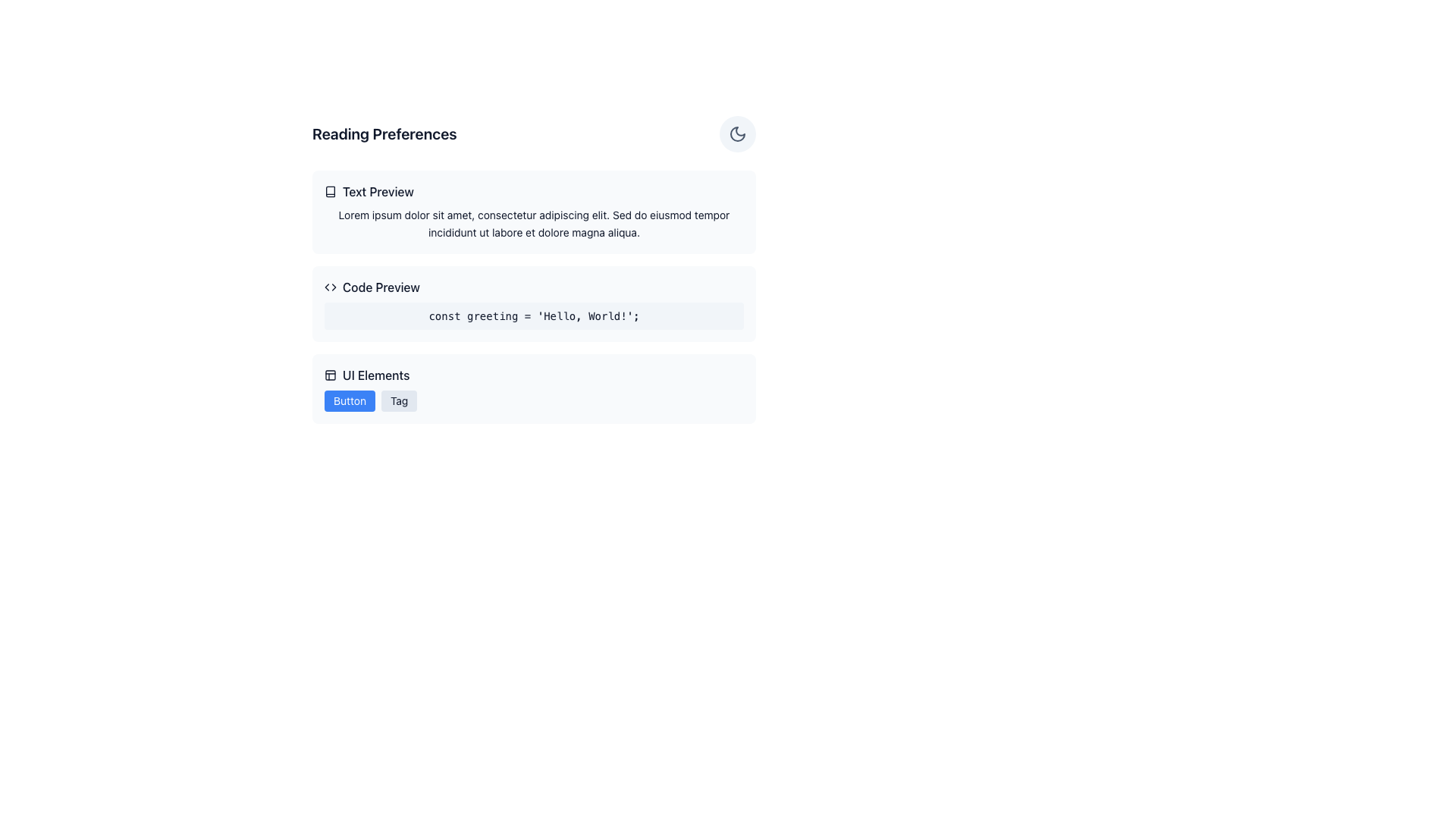 The width and height of the screenshot is (1456, 819). I want to click on the theme toggle button located in the top-right corner of the 'Reading Preferences' section to observe the color change, so click(738, 133).